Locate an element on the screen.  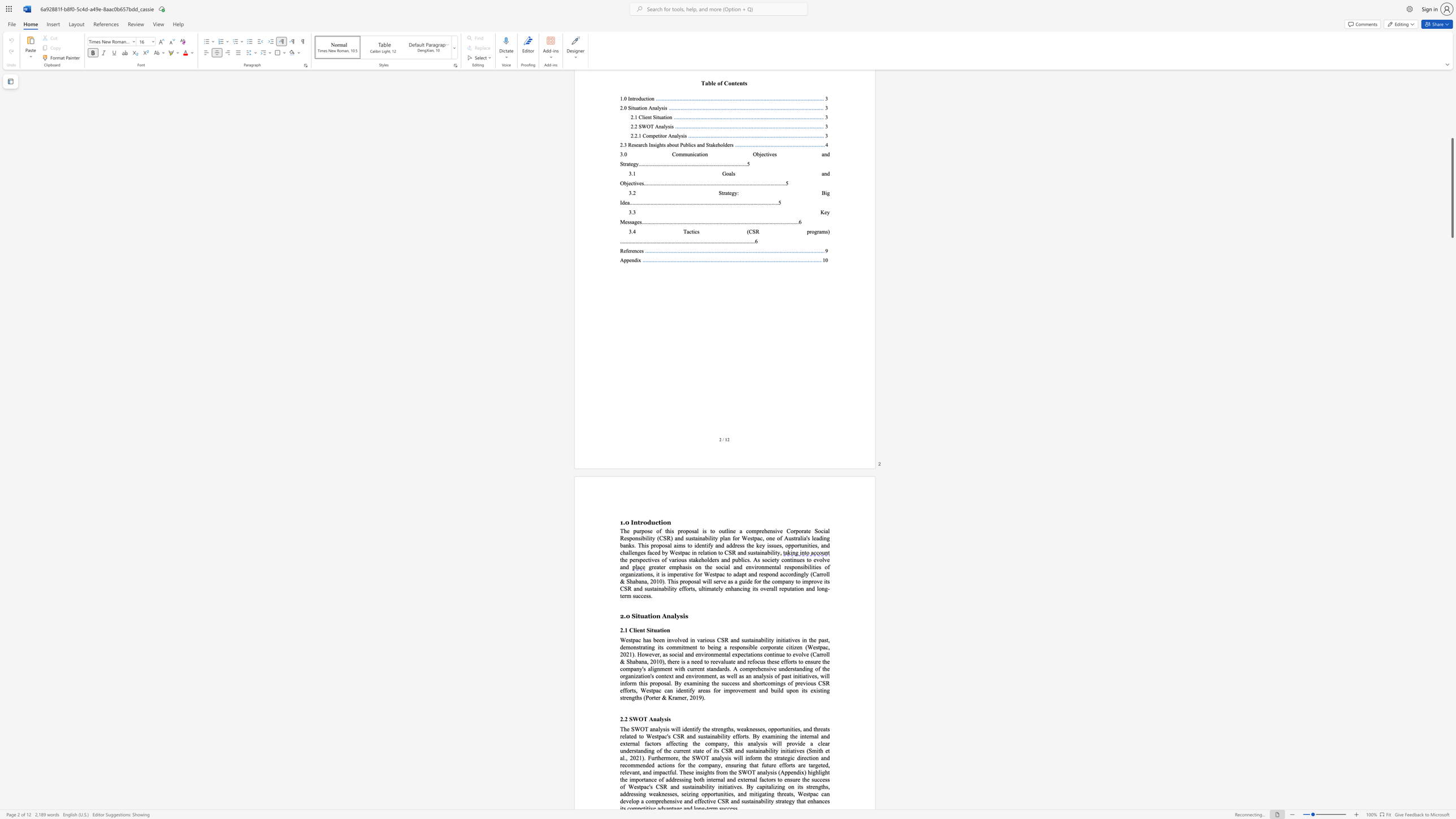
the 2th character "i" in the text is located at coordinates (676, 728).